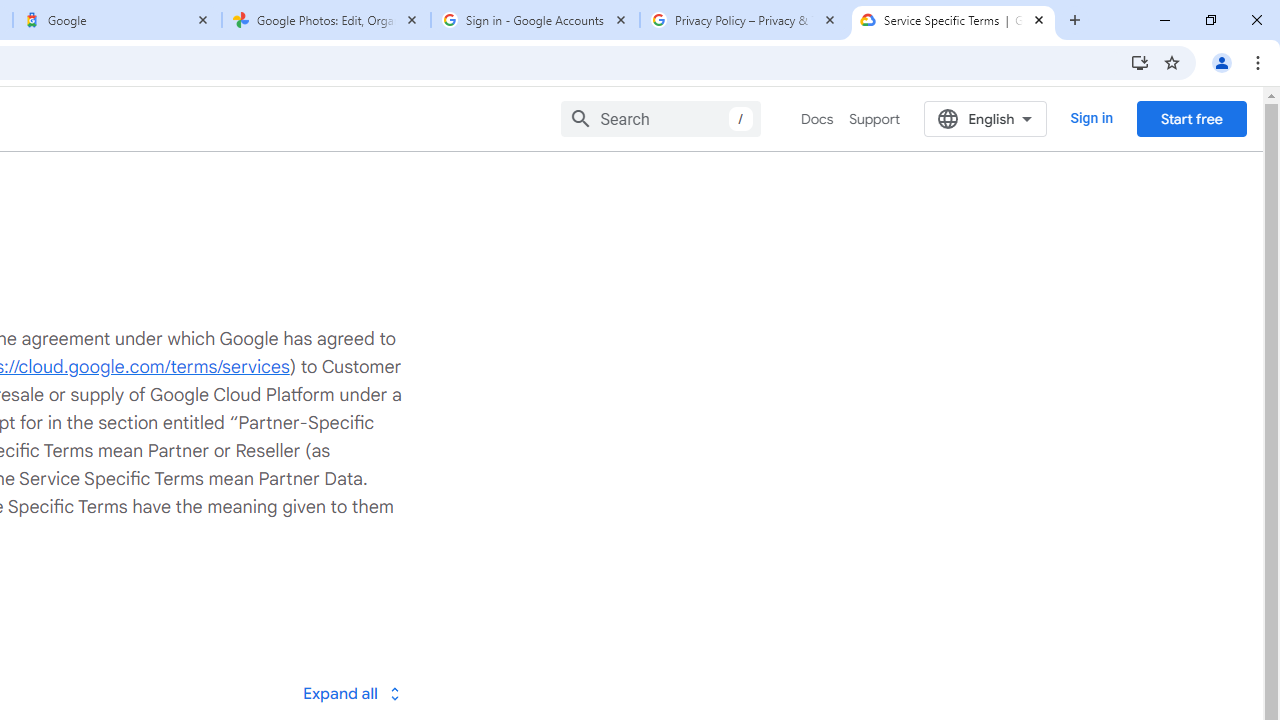 Image resolution: width=1280 pixels, height=720 pixels. What do you see at coordinates (1220, 61) in the screenshot?
I see `'You'` at bounding box center [1220, 61].